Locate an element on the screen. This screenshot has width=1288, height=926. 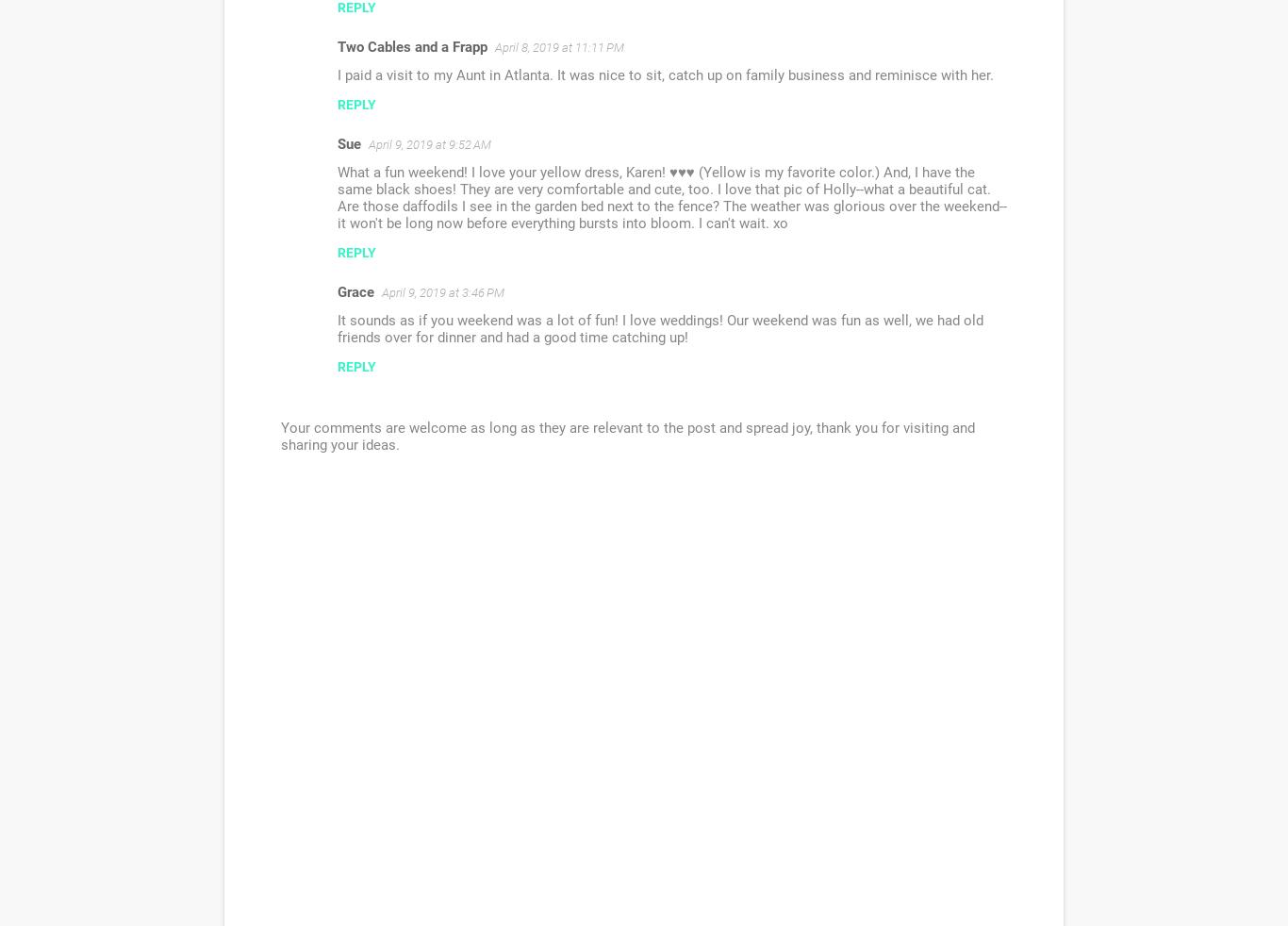
'Grace' is located at coordinates (355, 292).